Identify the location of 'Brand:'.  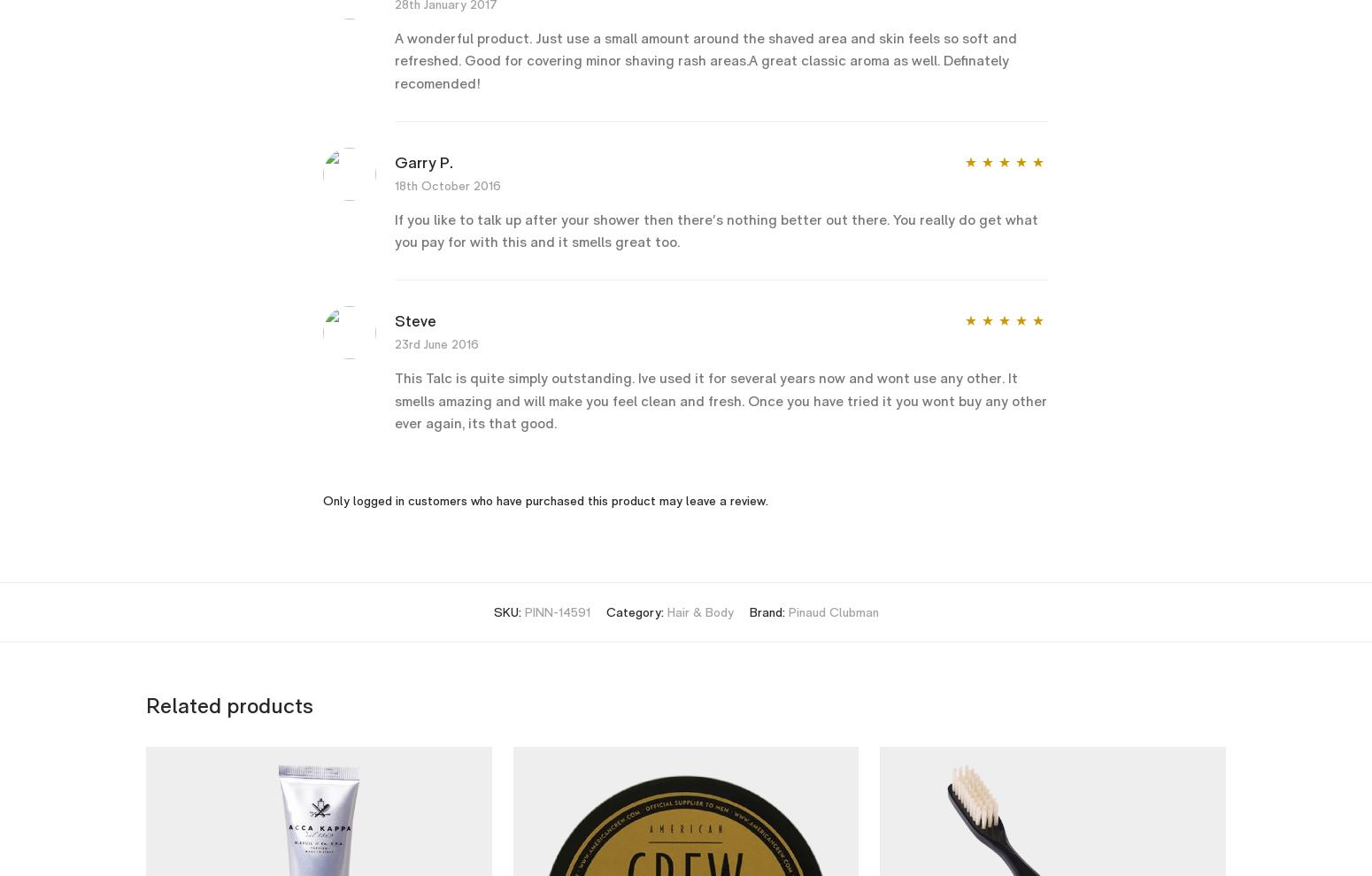
(768, 611).